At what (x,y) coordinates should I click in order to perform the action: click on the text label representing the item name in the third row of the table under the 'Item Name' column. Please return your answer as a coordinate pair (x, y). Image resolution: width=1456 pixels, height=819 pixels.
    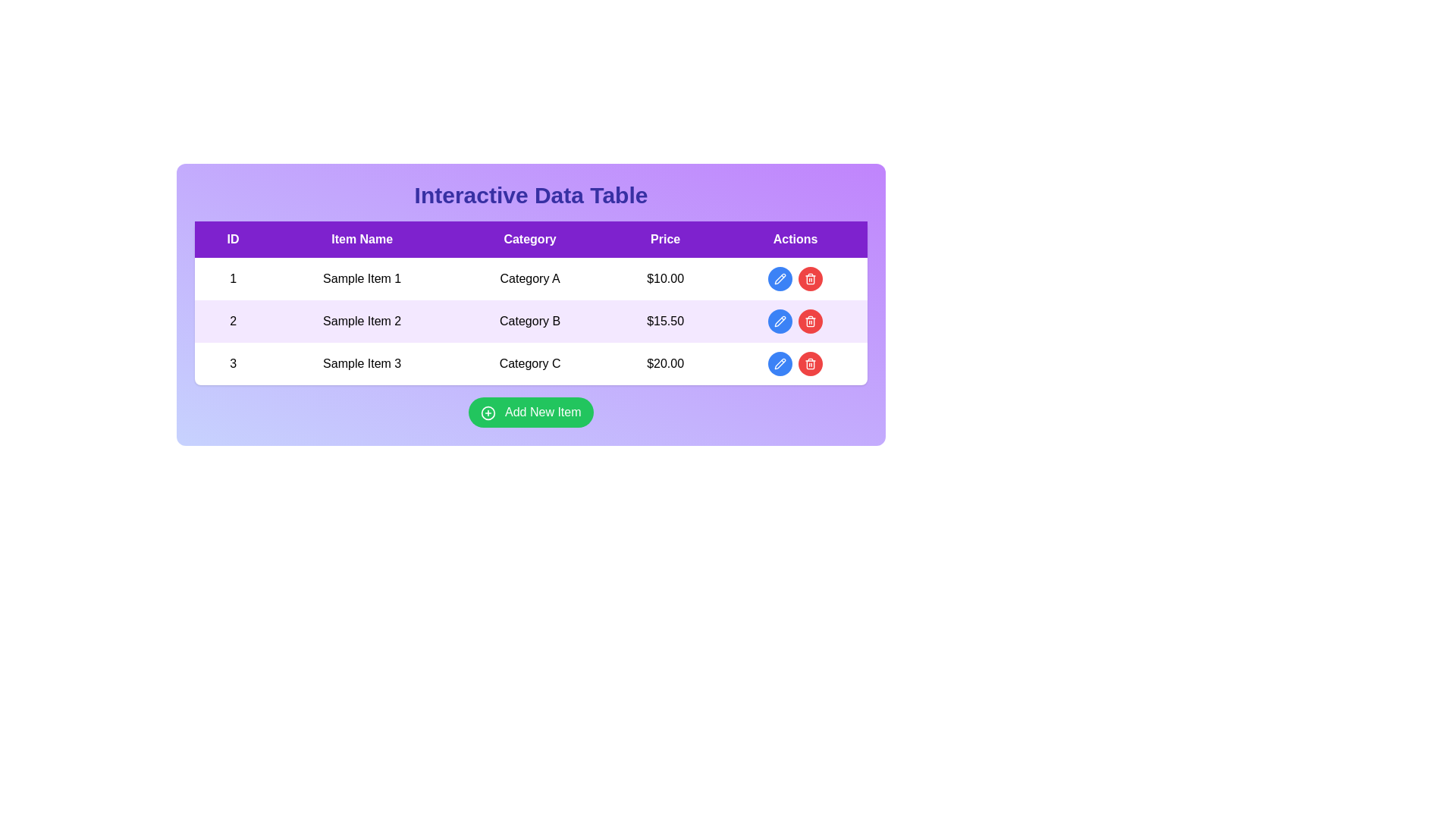
    Looking at the image, I should click on (361, 363).